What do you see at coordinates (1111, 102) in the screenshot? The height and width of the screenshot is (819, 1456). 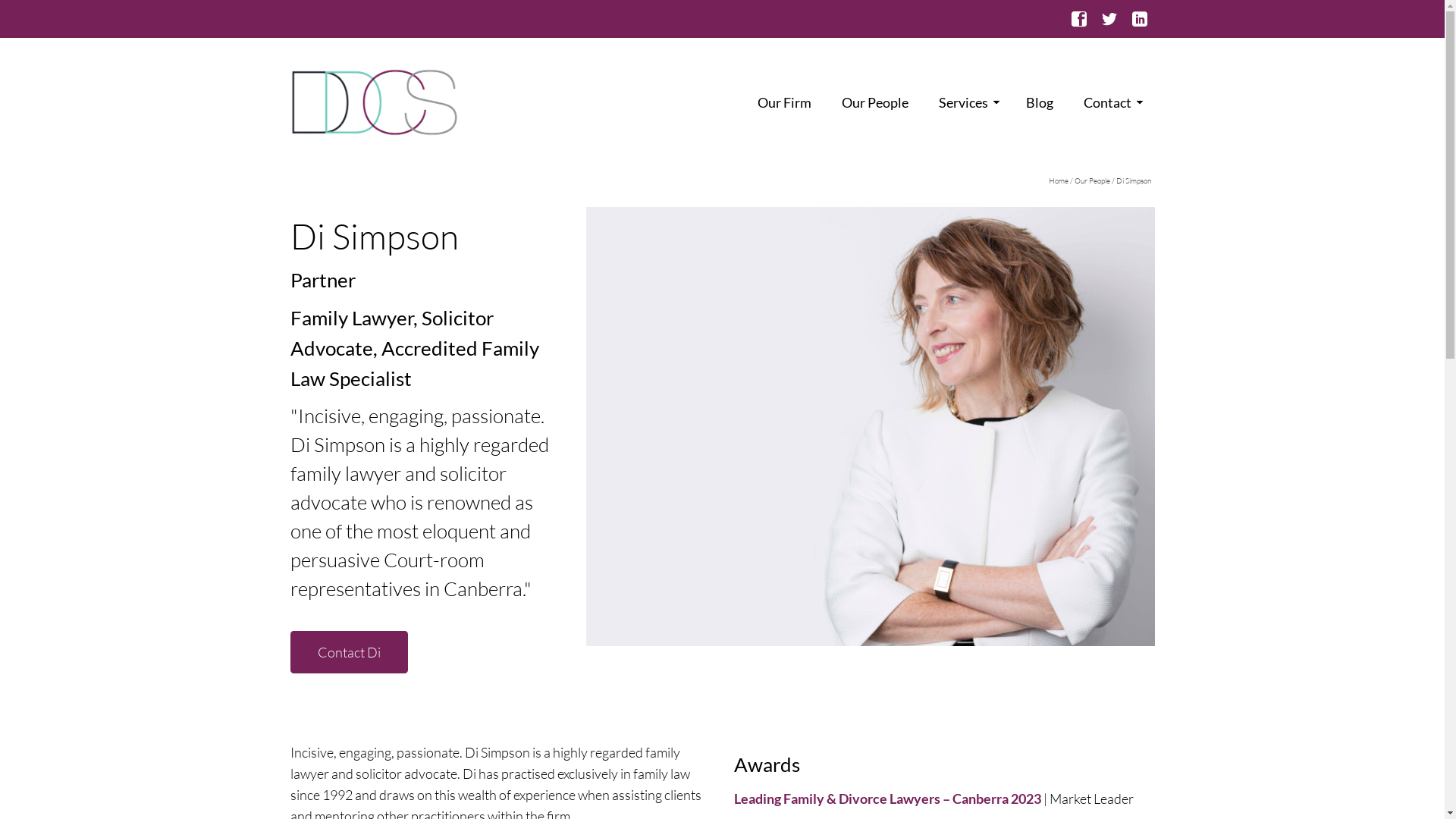 I see `'Contact'` at bounding box center [1111, 102].